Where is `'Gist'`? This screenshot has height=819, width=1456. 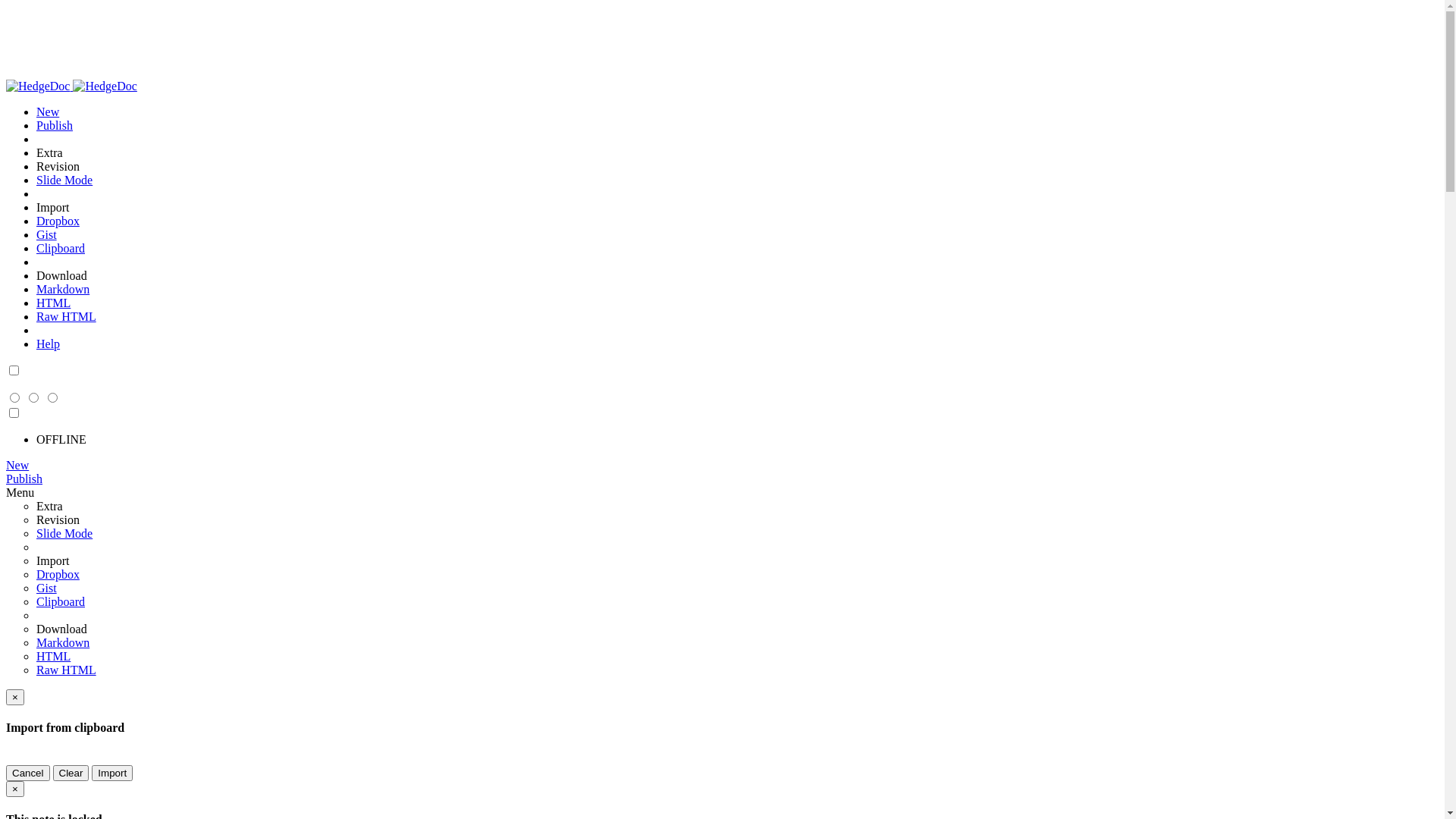
'Gist' is located at coordinates (46, 587).